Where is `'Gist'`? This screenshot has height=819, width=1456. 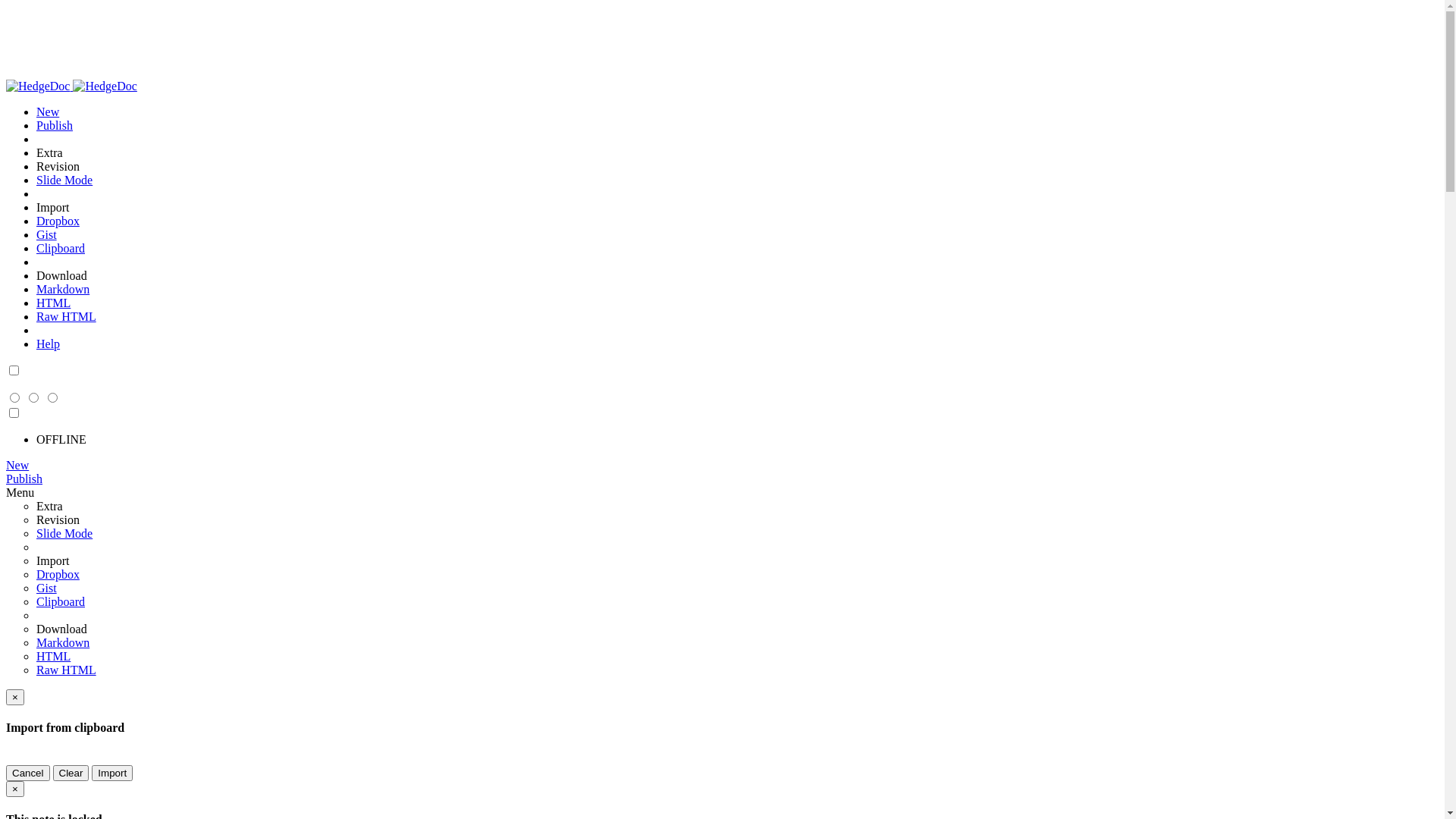
'Gist' is located at coordinates (46, 587).